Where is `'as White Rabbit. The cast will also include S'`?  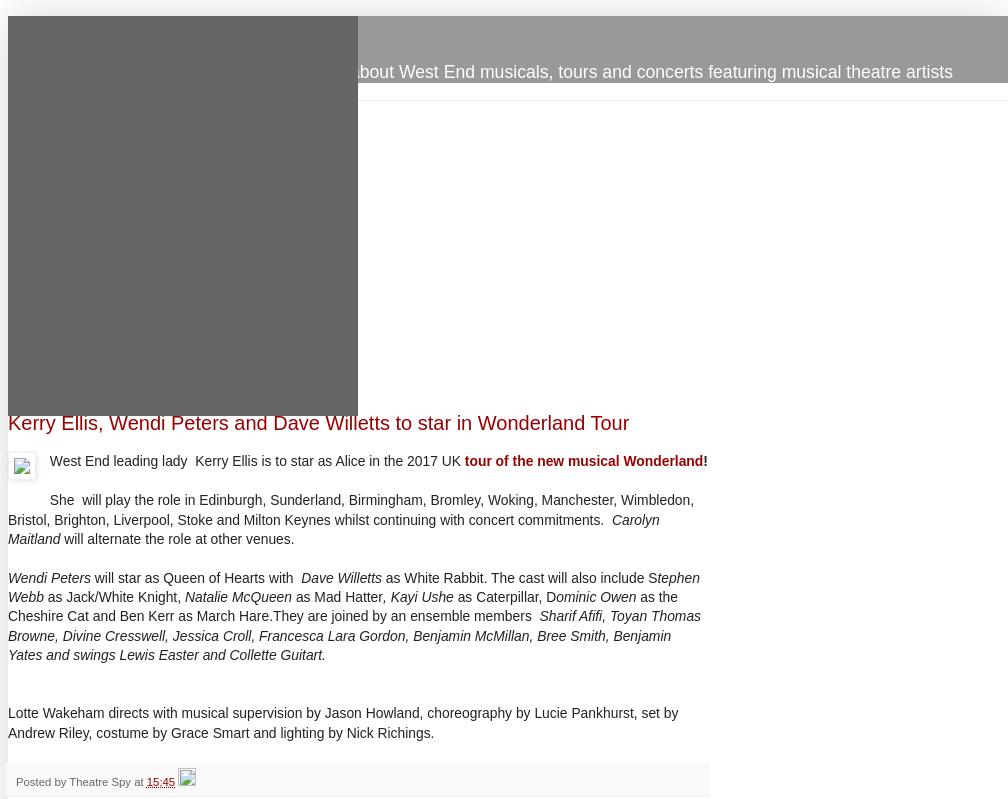
'as White Rabbit. The cast will also include S' is located at coordinates (519, 577).